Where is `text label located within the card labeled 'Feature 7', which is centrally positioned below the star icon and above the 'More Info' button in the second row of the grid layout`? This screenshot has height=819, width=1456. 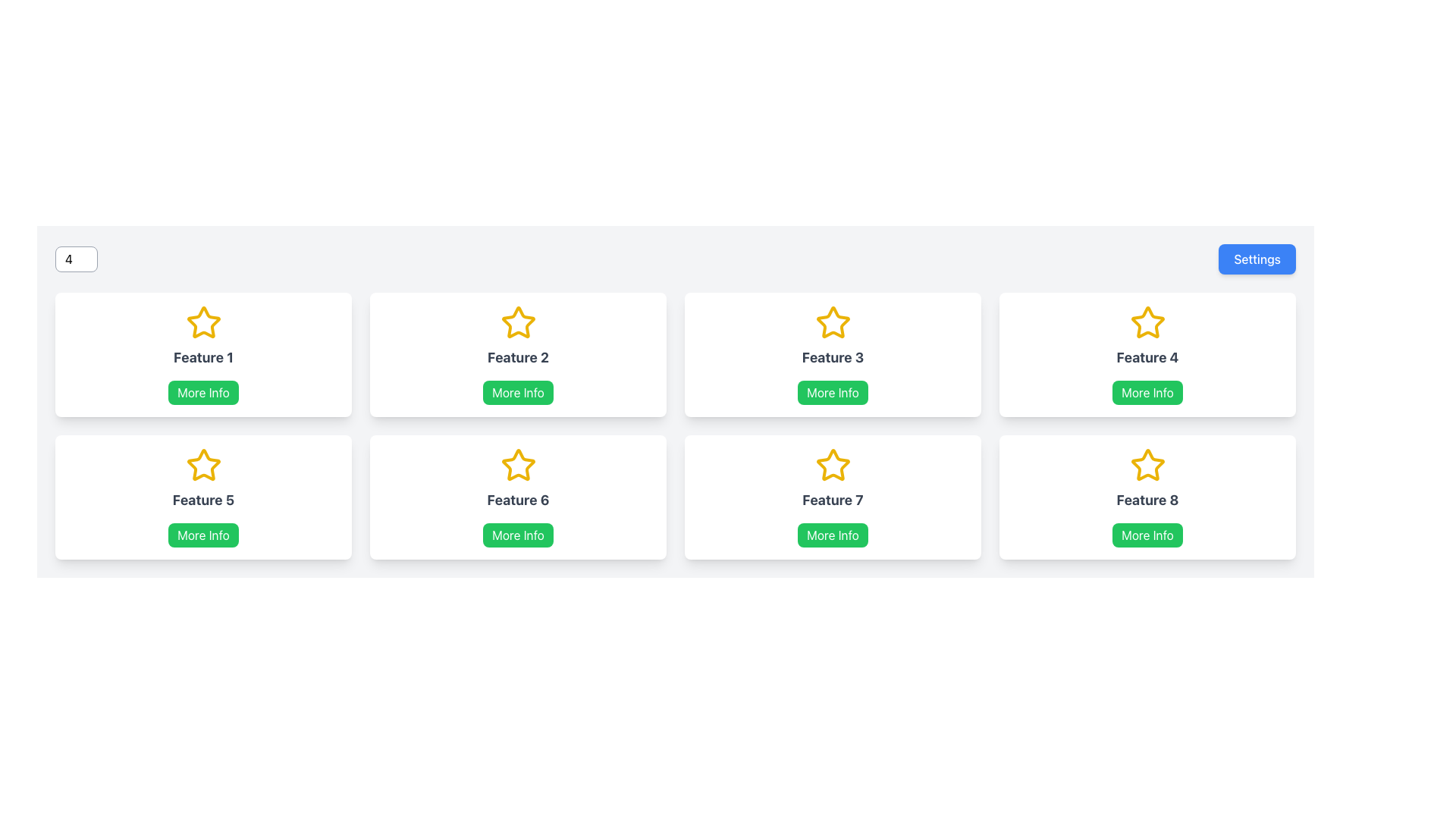
text label located within the card labeled 'Feature 7', which is centrally positioned below the star icon and above the 'More Info' button in the second row of the grid layout is located at coordinates (832, 500).